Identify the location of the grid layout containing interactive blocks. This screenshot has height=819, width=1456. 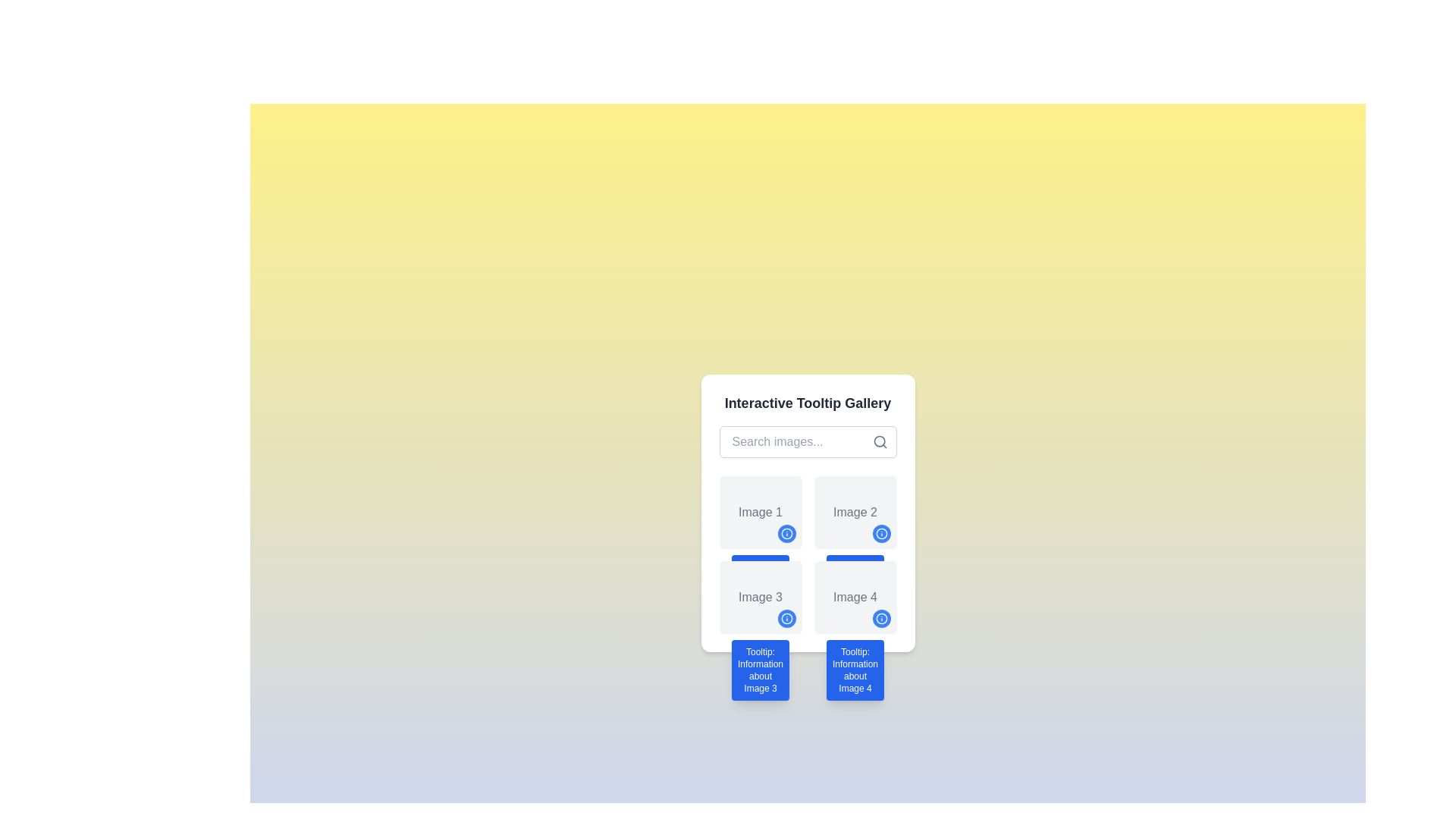
(807, 555).